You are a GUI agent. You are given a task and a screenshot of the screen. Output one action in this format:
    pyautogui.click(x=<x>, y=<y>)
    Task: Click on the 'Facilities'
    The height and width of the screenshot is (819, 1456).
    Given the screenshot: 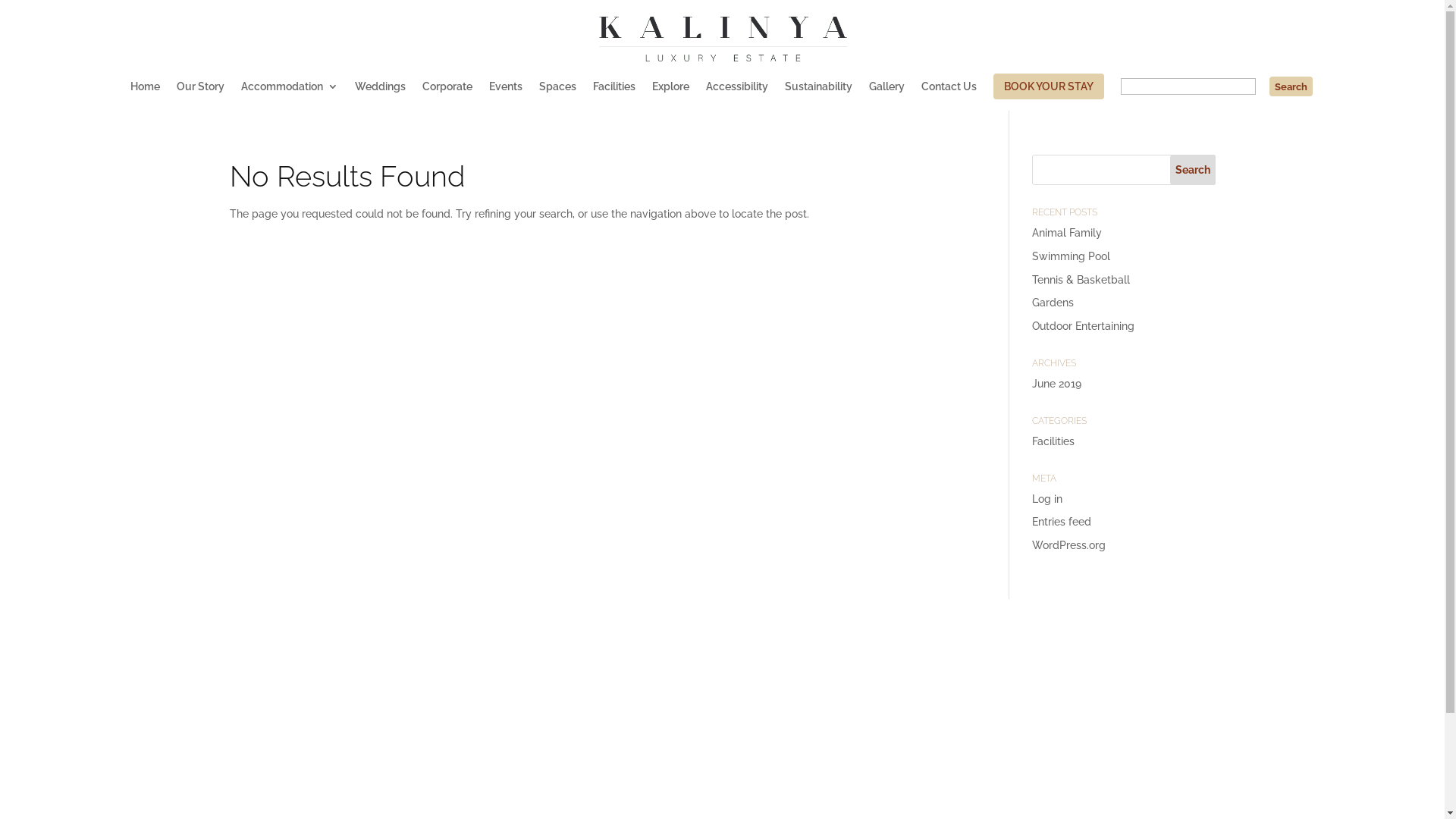 What is the action you would take?
    pyautogui.click(x=1031, y=441)
    